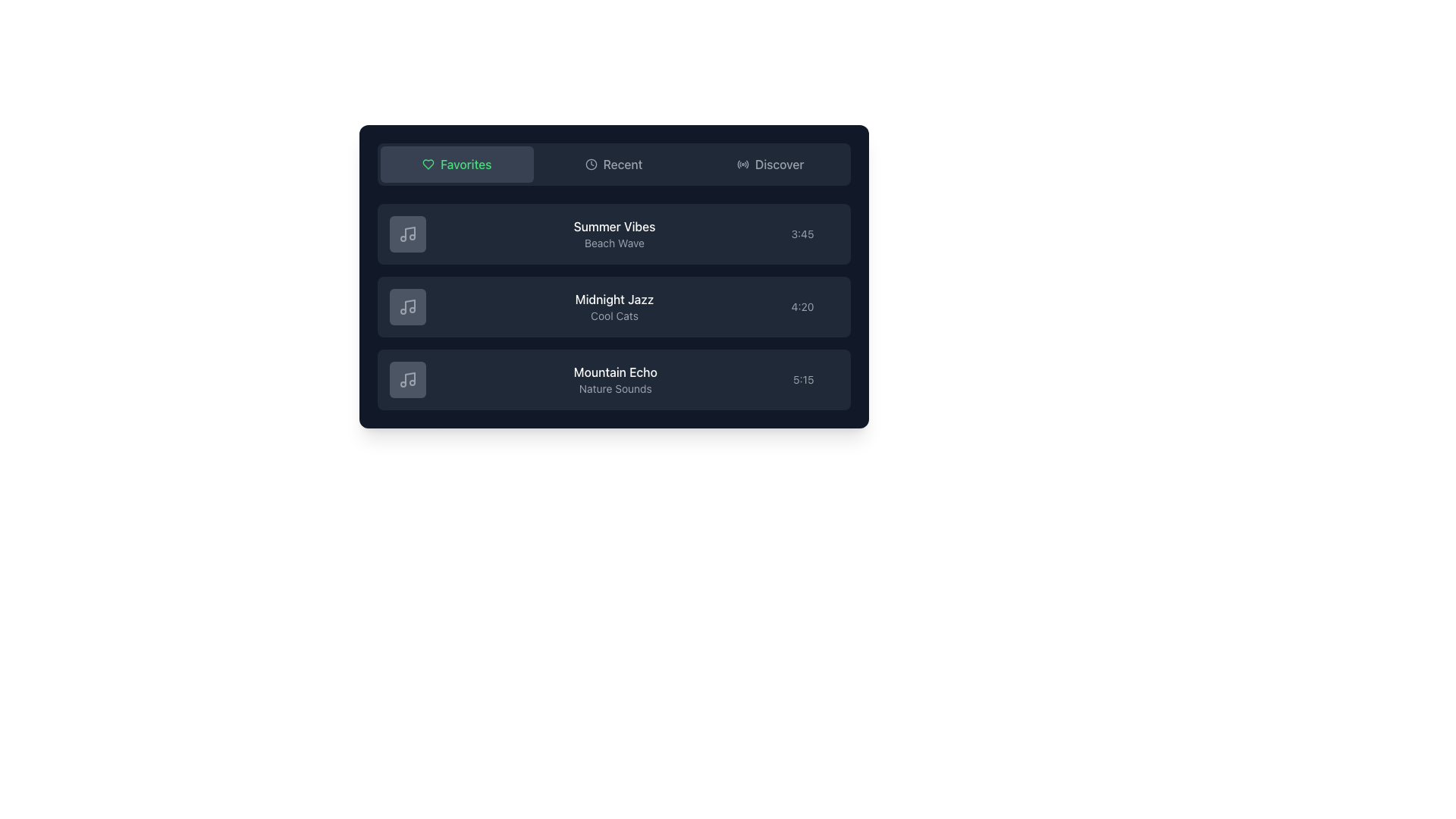 The height and width of the screenshot is (819, 1456). What do you see at coordinates (613, 234) in the screenshot?
I see `the first list item labeled 'Summer Vibes' with a musical note icon` at bounding box center [613, 234].